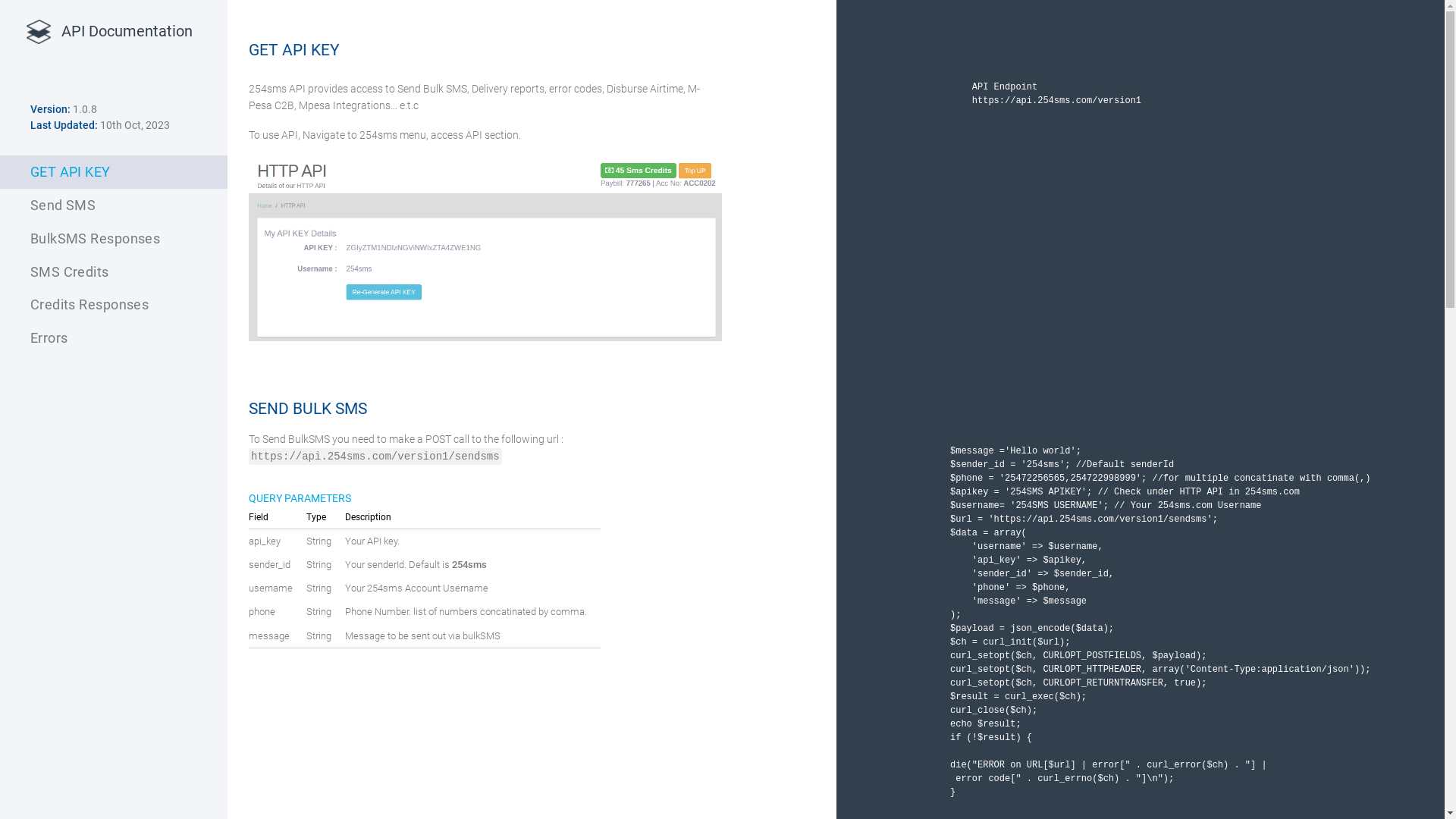 The width and height of the screenshot is (1456, 819). What do you see at coordinates (112, 304) in the screenshot?
I see `'Credits Responses'` at bounding box center [112, 304].